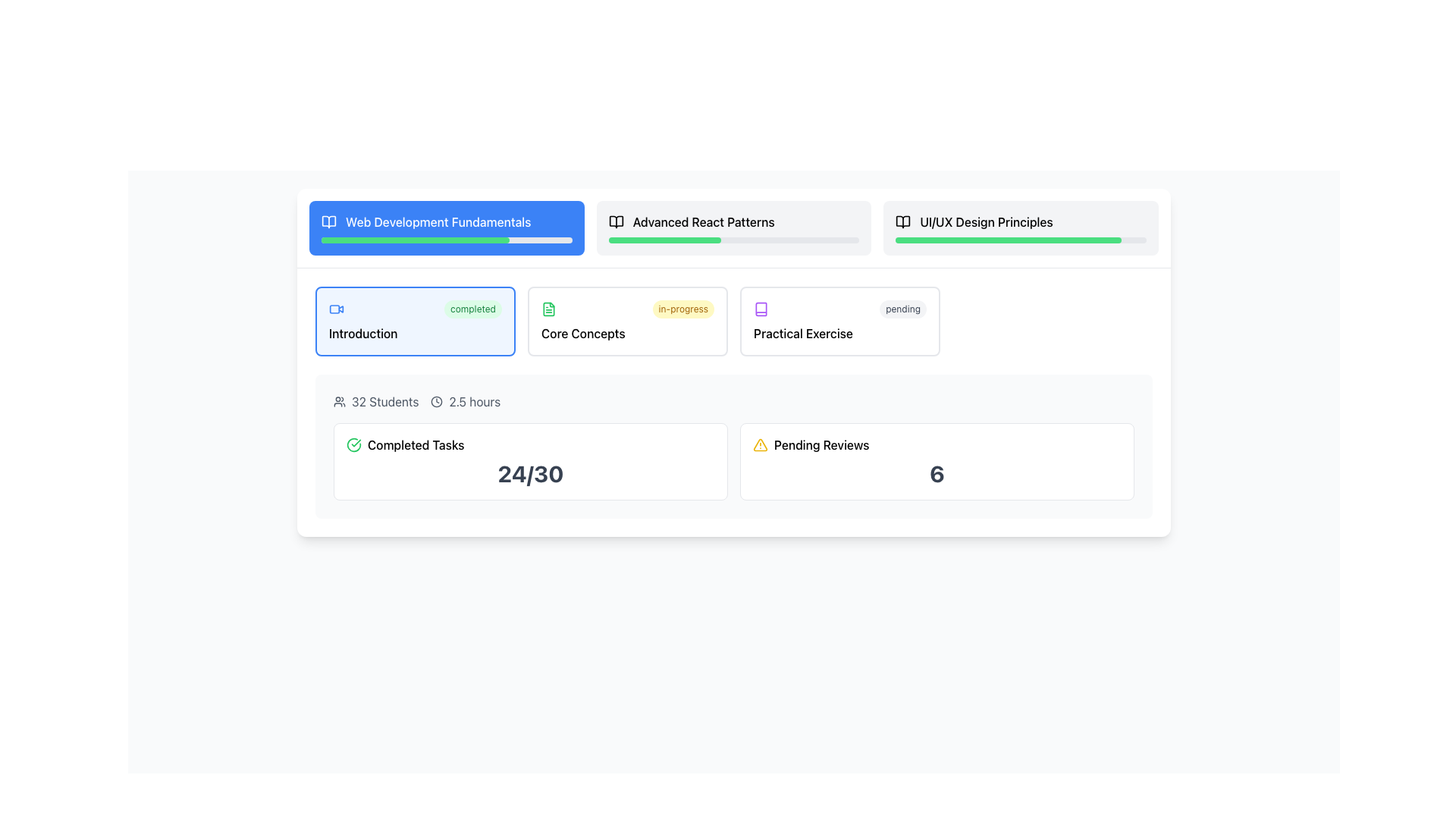 The width and height of the screenshot is (1456, 819). What do you see at coordinates (702, 222) in the screenshot?
I see `the text label titled 'Advanced React Patterns'` at bounding box center [702, 222].